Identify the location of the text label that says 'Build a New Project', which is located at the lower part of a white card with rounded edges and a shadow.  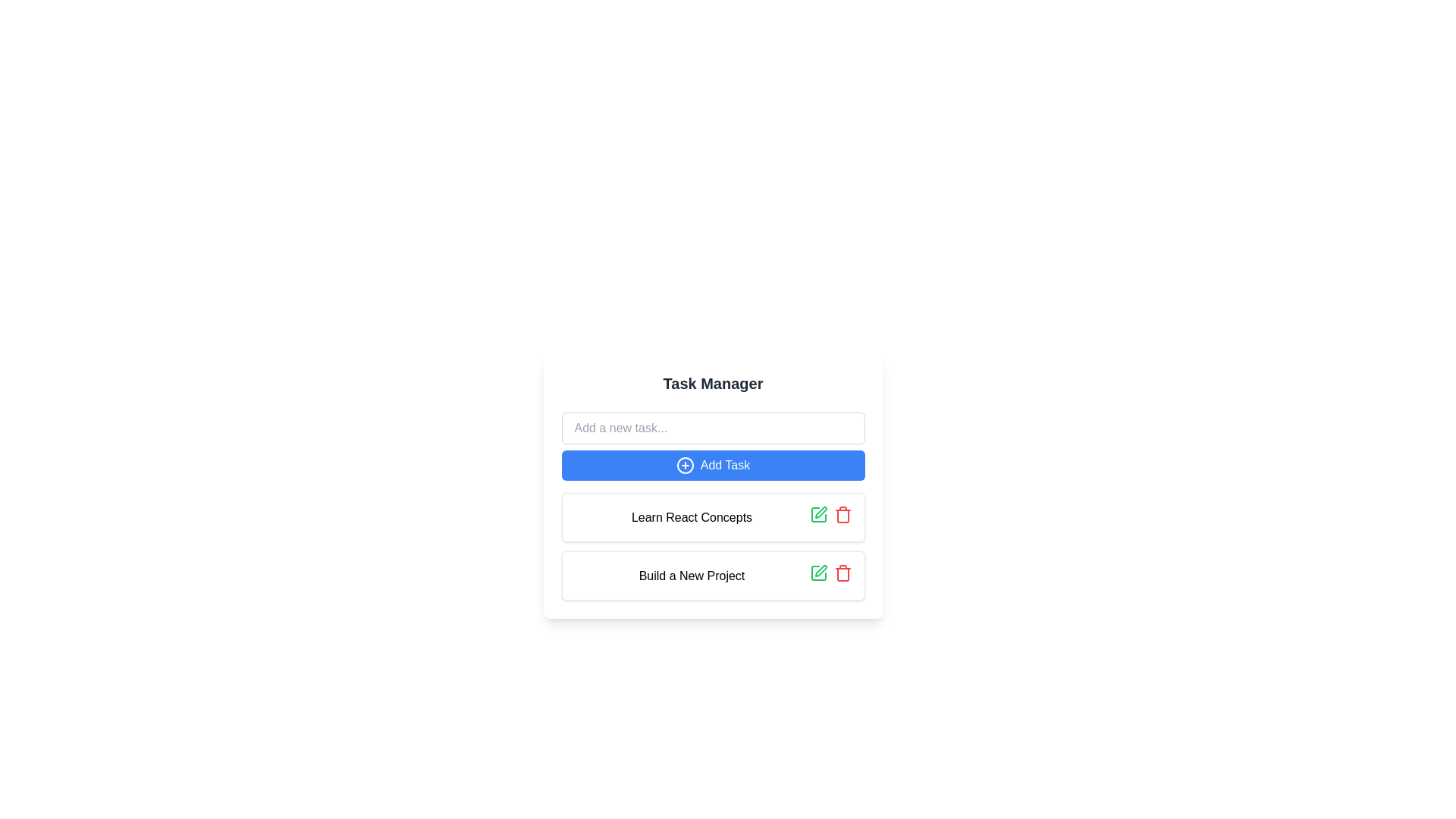
(691, 576).